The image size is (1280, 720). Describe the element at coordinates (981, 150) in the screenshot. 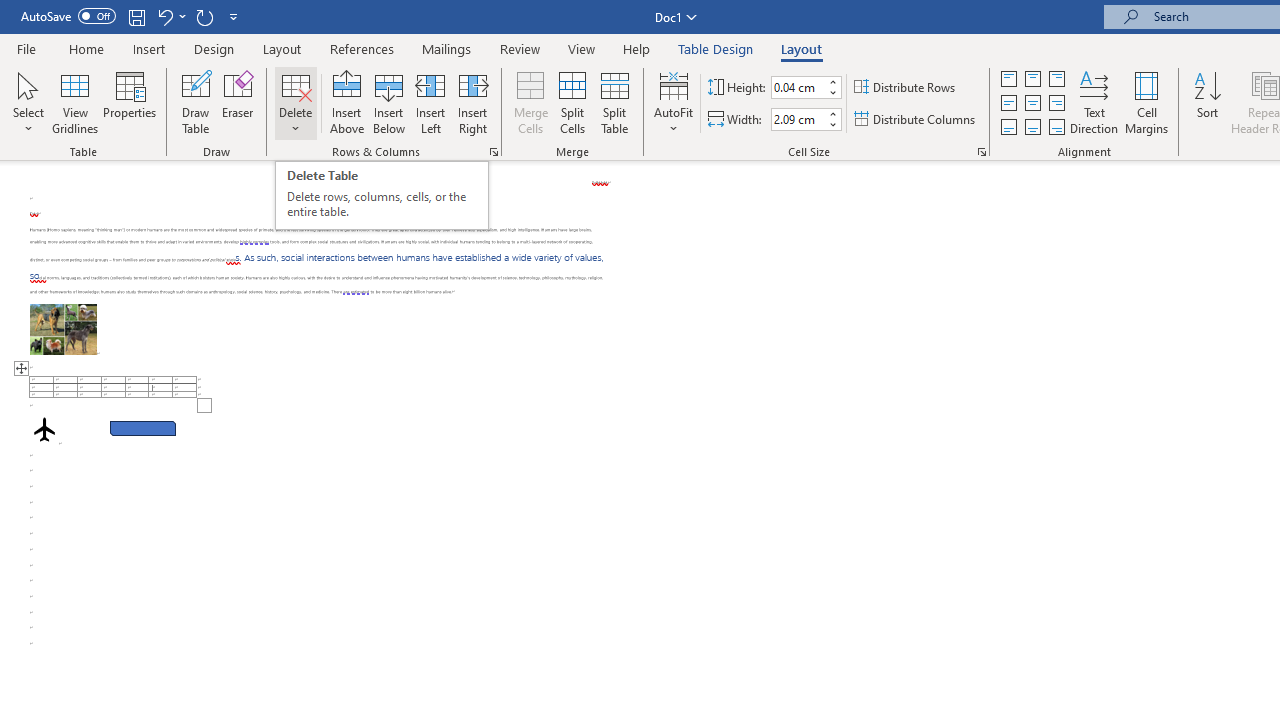

I see `'Properties...'` at that location.